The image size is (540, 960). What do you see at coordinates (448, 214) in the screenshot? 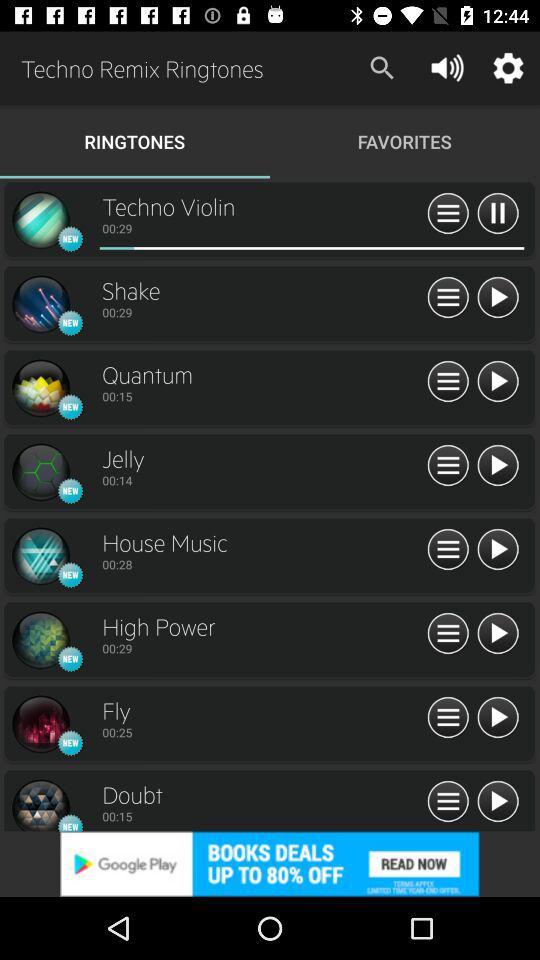
I see `open a playlist option` at bounding box center [448, 214].